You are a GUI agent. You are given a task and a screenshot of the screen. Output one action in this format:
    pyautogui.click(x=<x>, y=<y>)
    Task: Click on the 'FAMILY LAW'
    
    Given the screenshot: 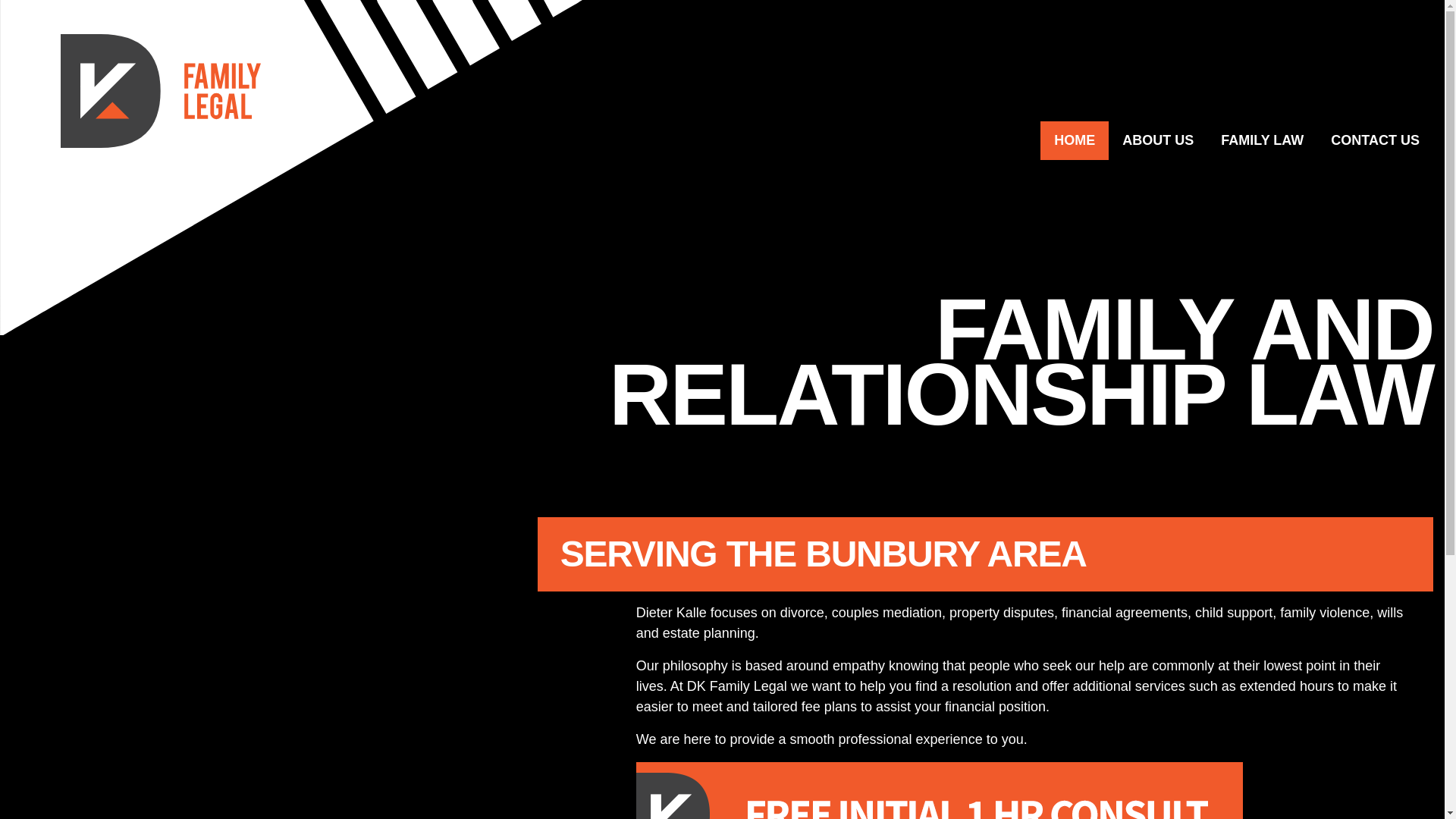 What is the action you would take?
    pyautogui.click(x=1262, y=140)
    